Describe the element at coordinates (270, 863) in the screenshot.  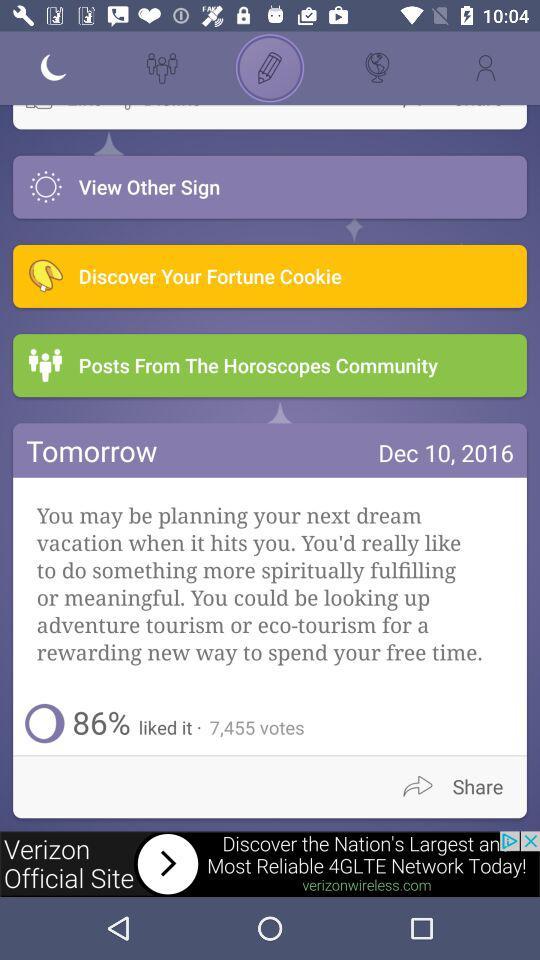
I see `click advertisement` at that location.